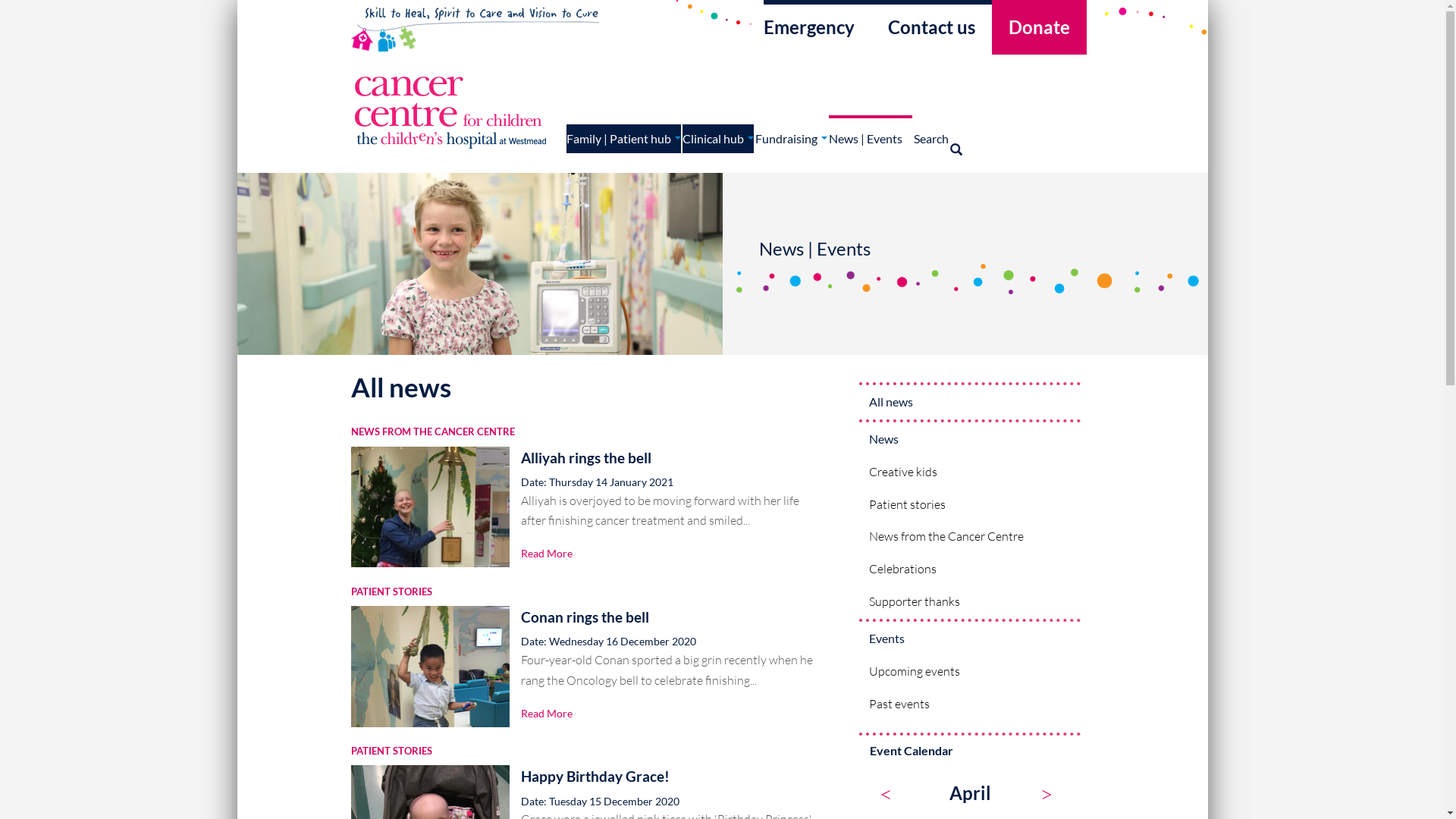 This screenshot has height=819, width=1456. What do you see at coordinates (969, 792) in the screenshot?
I see `'April'` at bounding box center [969, 792].